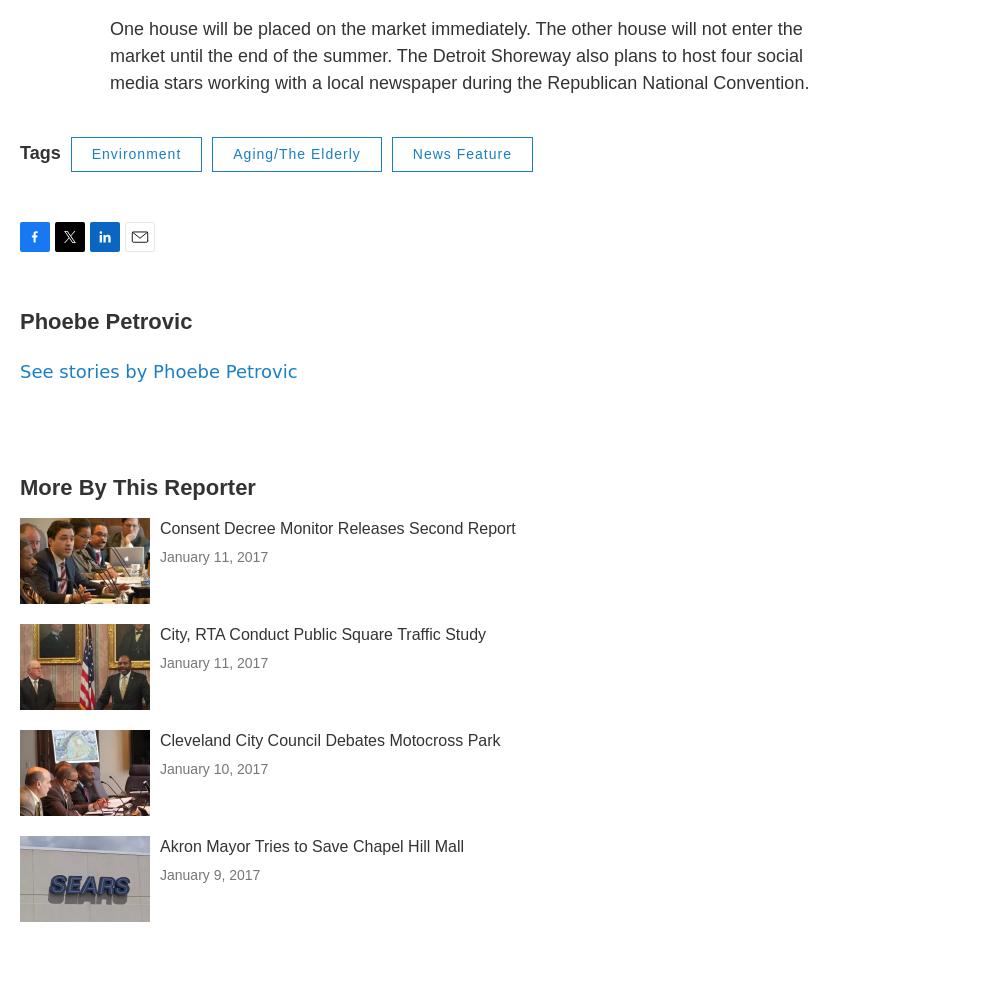 The width and height of the screenshot is (1000, 982). What do you see at coordinates (312, 845) in the screenshot?
I see `'Akron Mayor Tries to Save Chapel Hill Mall'` at bounding box center [312, 845].